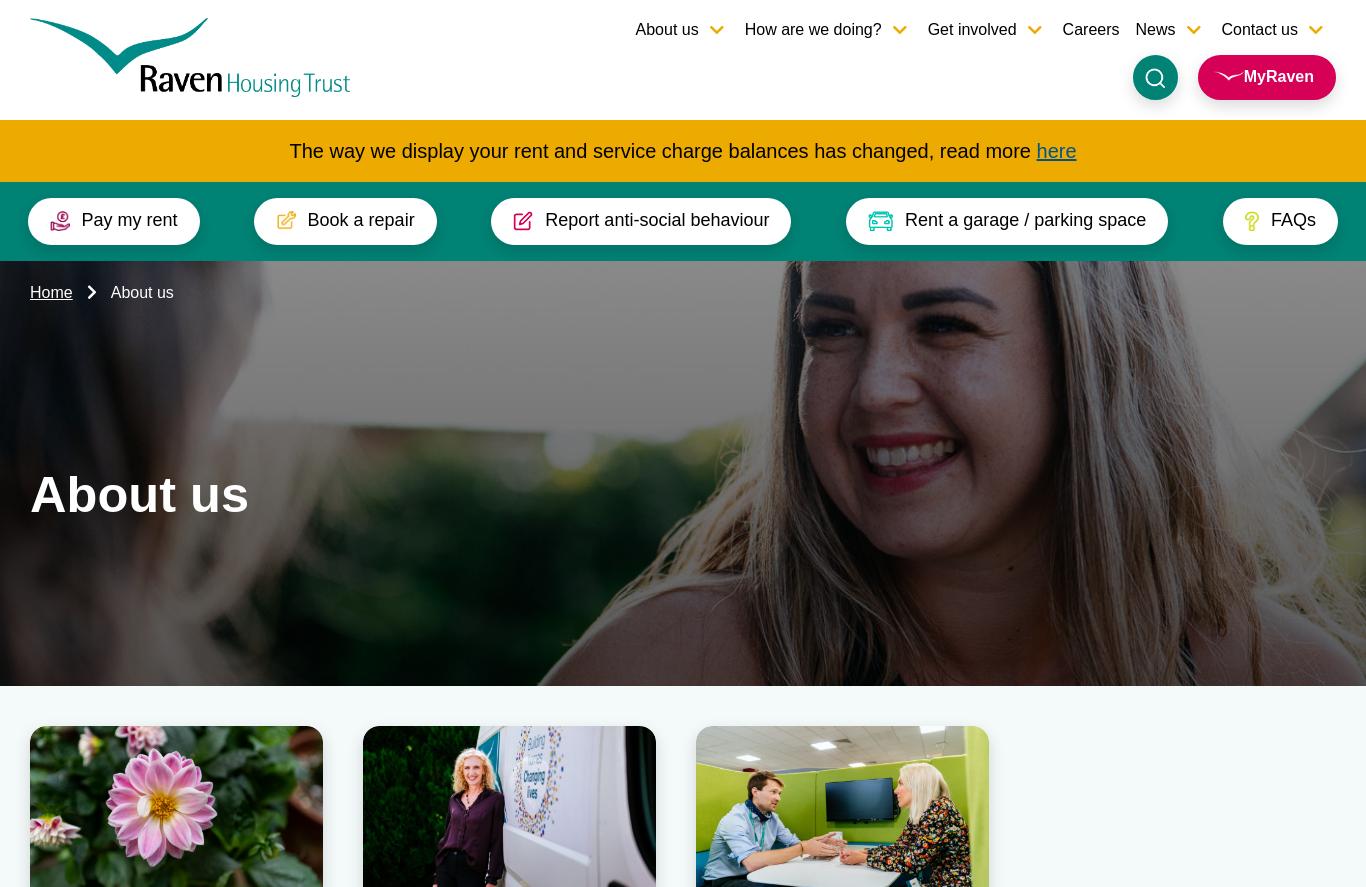  I want to click on 'We use cookies to enable us to provide the very best user experience. Cookies help the website to function and to track how you interact with the site. By continuing to browse you are agreeing to our use of necessary cookies. You may disable these by changing your browser settings, but this may affect how the website functions - see Cookies policy for instructions. Here's our', so click(274, 801).